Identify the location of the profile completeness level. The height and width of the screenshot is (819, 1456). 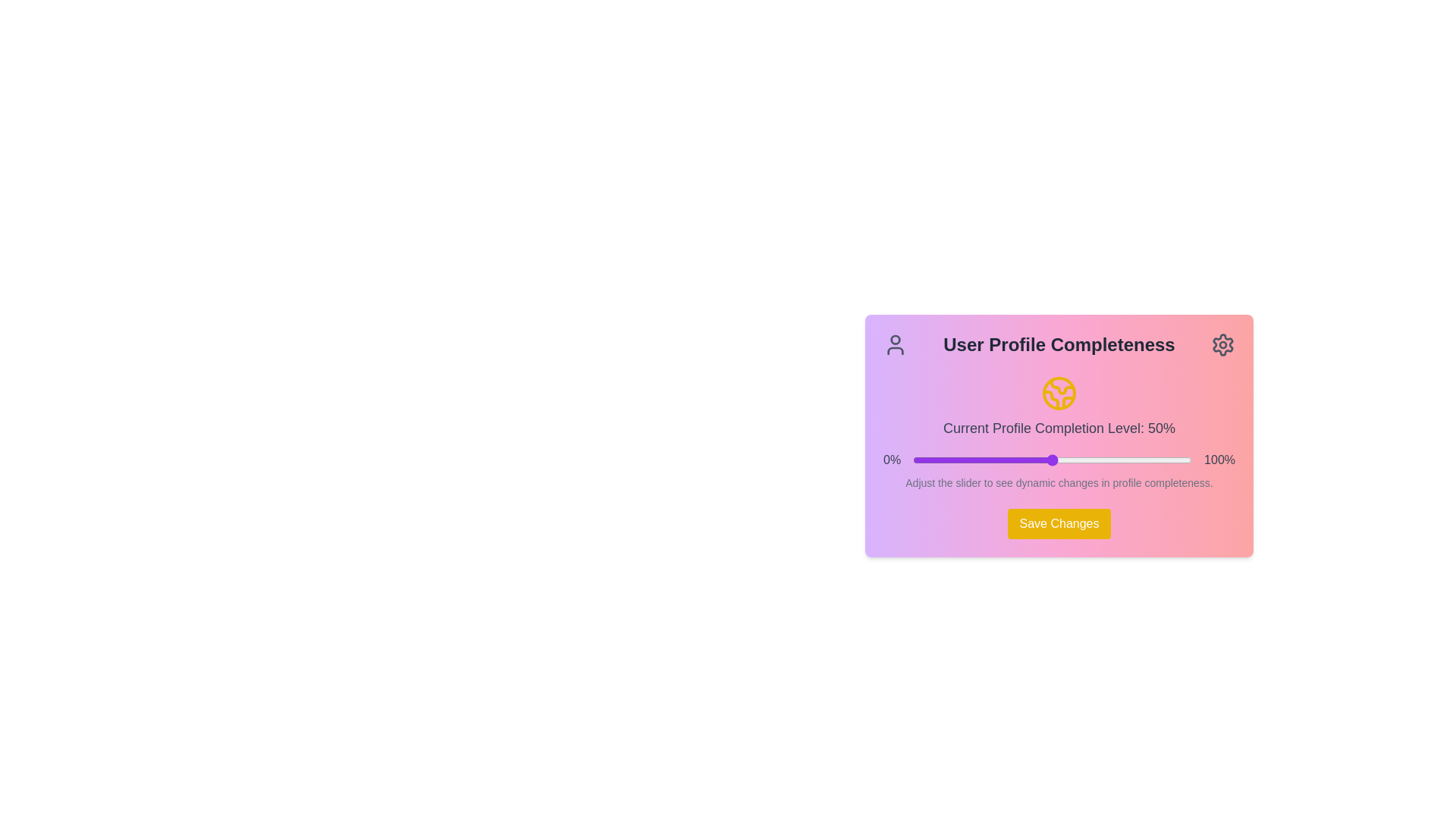
(951, 459).